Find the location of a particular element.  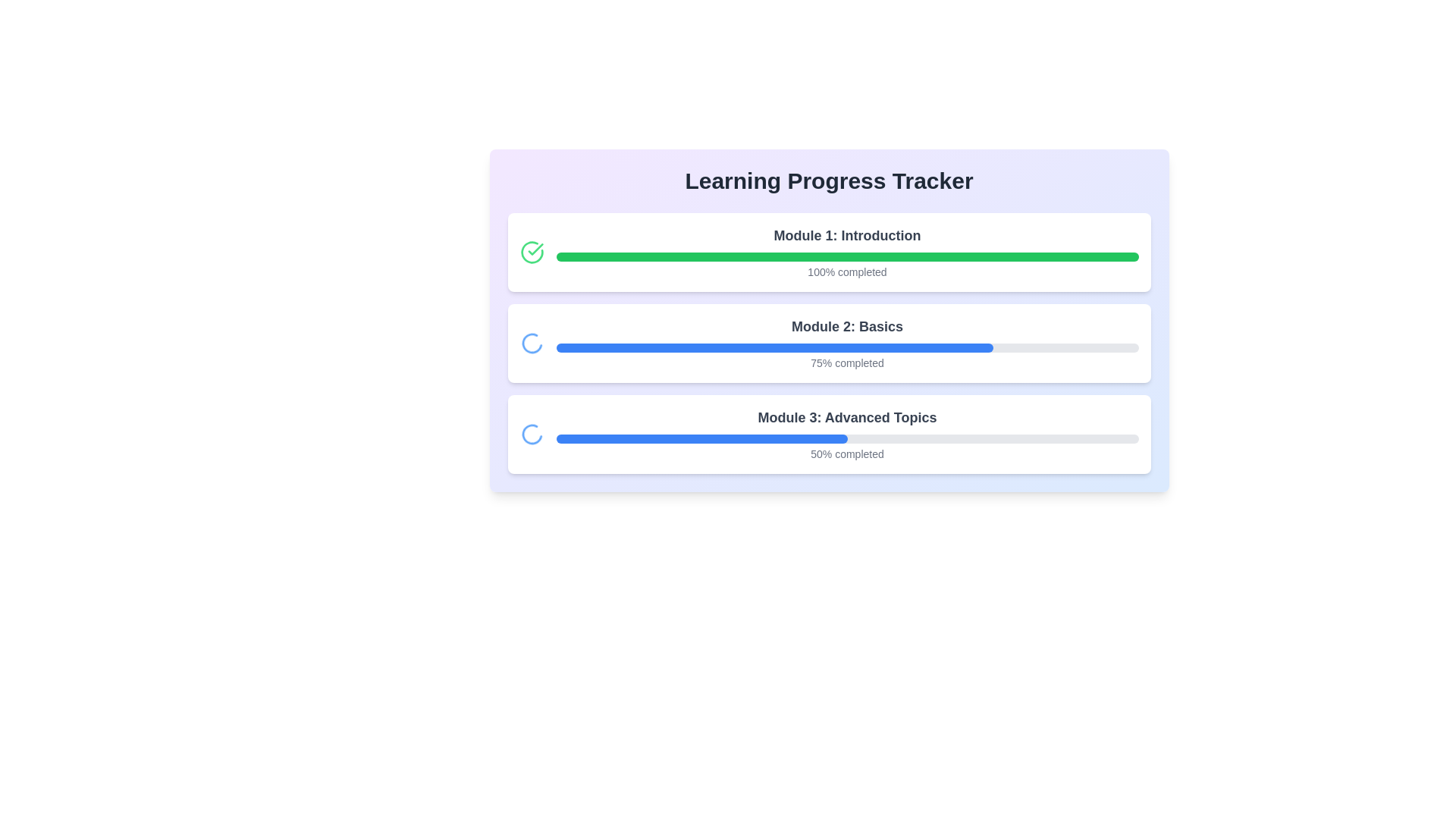

the Progress card that displays the completion progress of 'Module 2: Basics' in the Learning Progress Tracker section is located at coordinates (828, 343).